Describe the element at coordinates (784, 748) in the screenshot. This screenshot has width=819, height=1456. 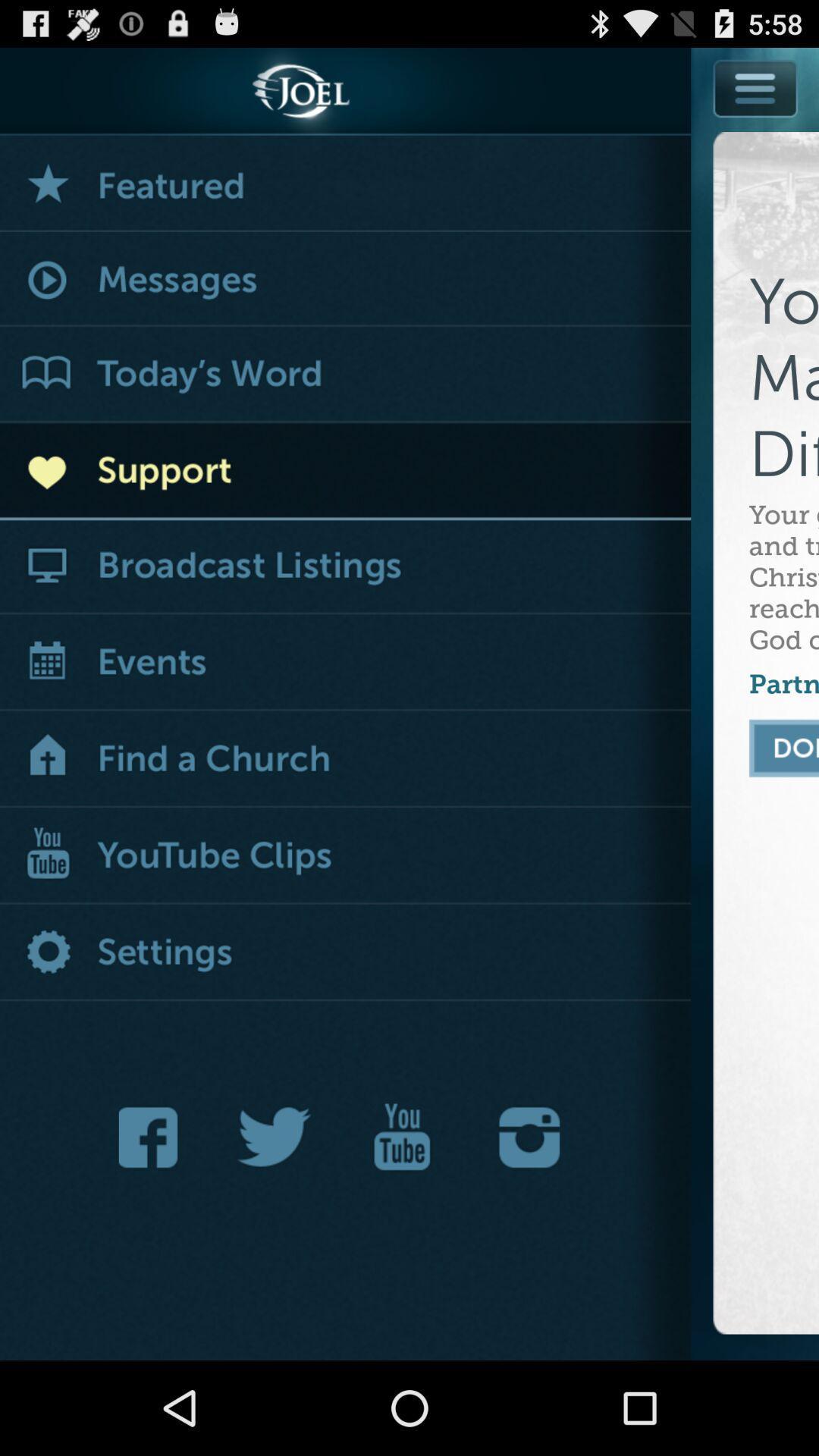
I see `finish set up` at that location.